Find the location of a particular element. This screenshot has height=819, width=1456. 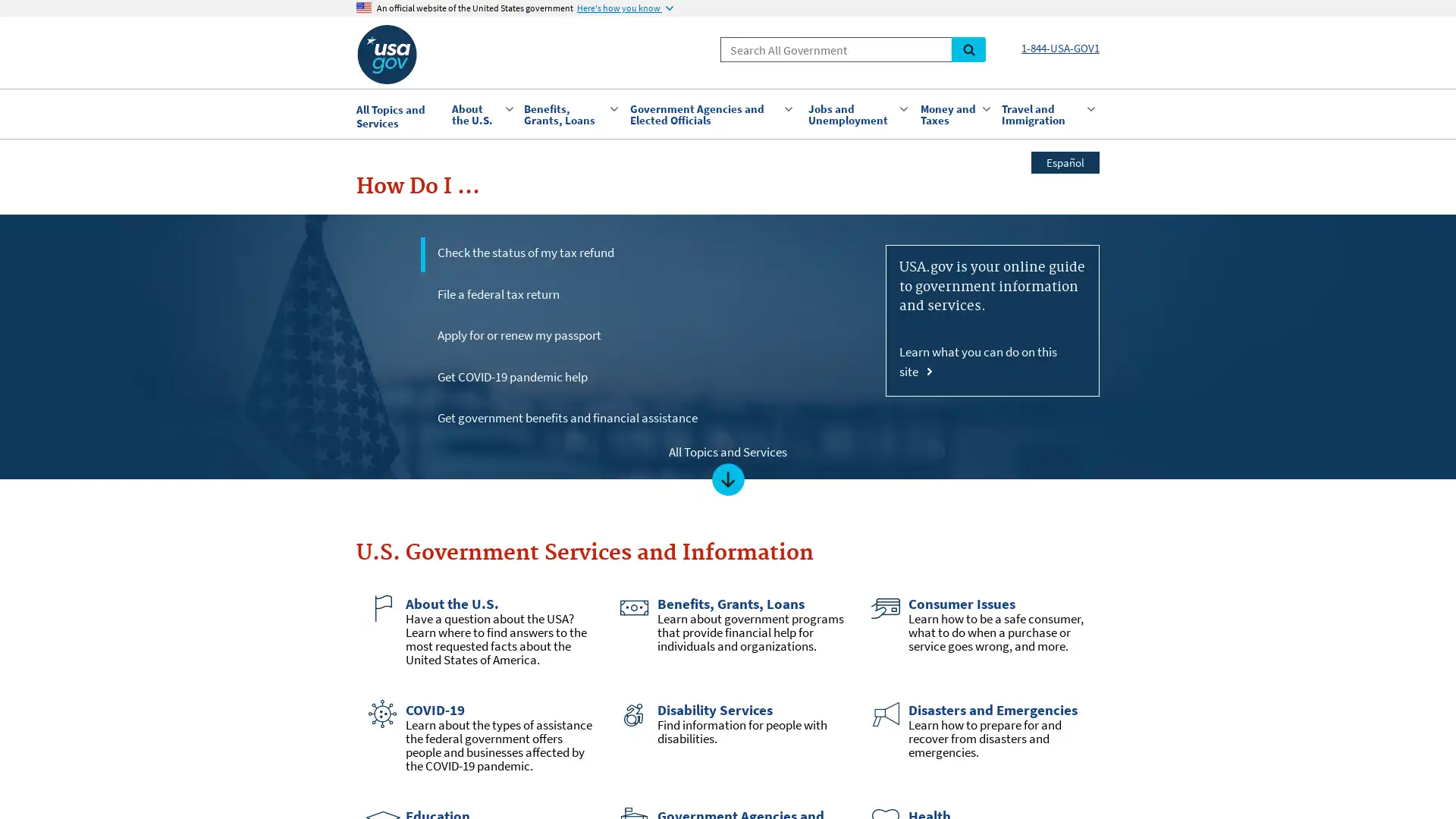

Here's how you know is located at coordinates (625, 8).